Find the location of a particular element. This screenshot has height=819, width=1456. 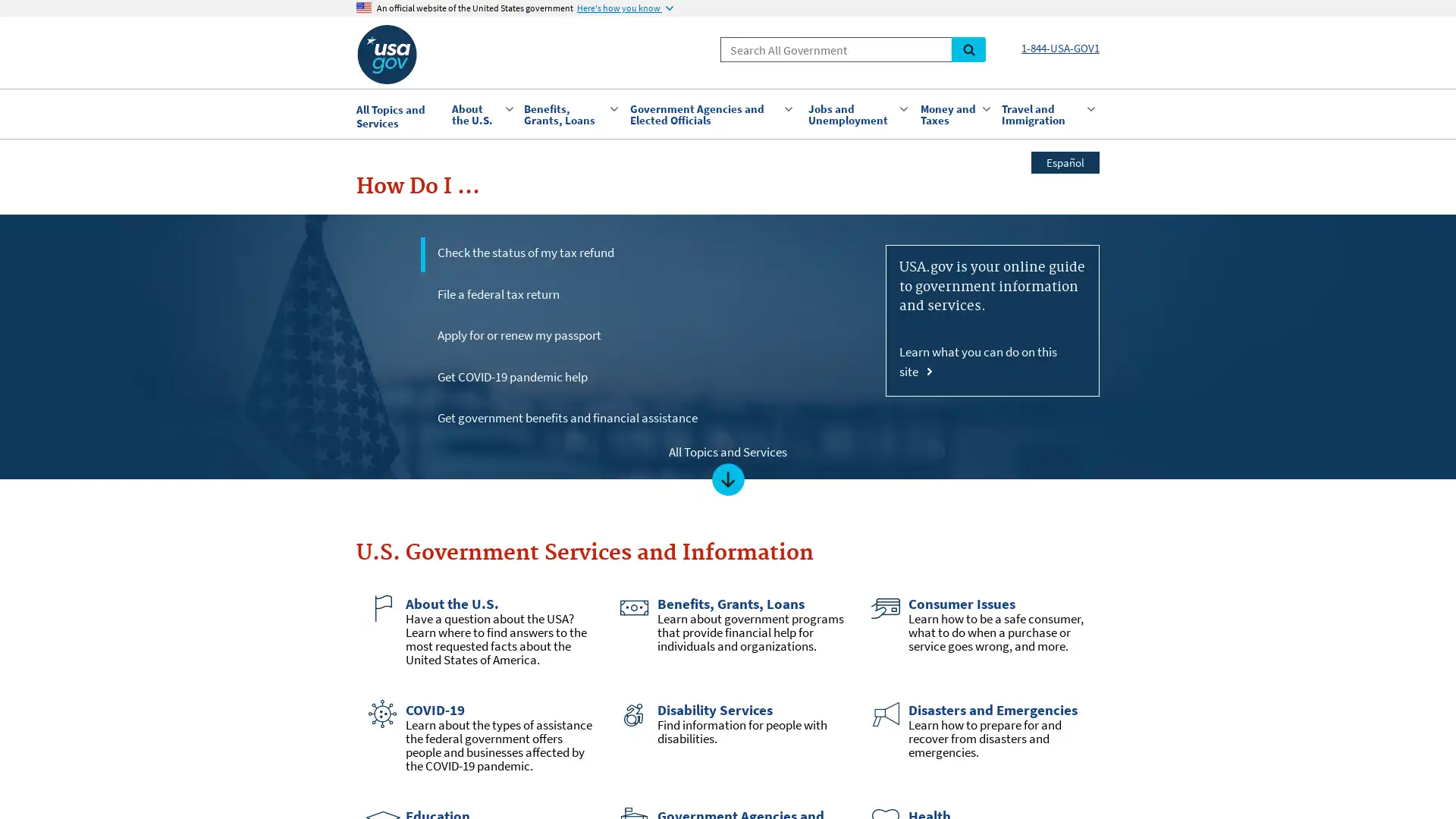

Here's how you know is located at coordinates (625, 8).